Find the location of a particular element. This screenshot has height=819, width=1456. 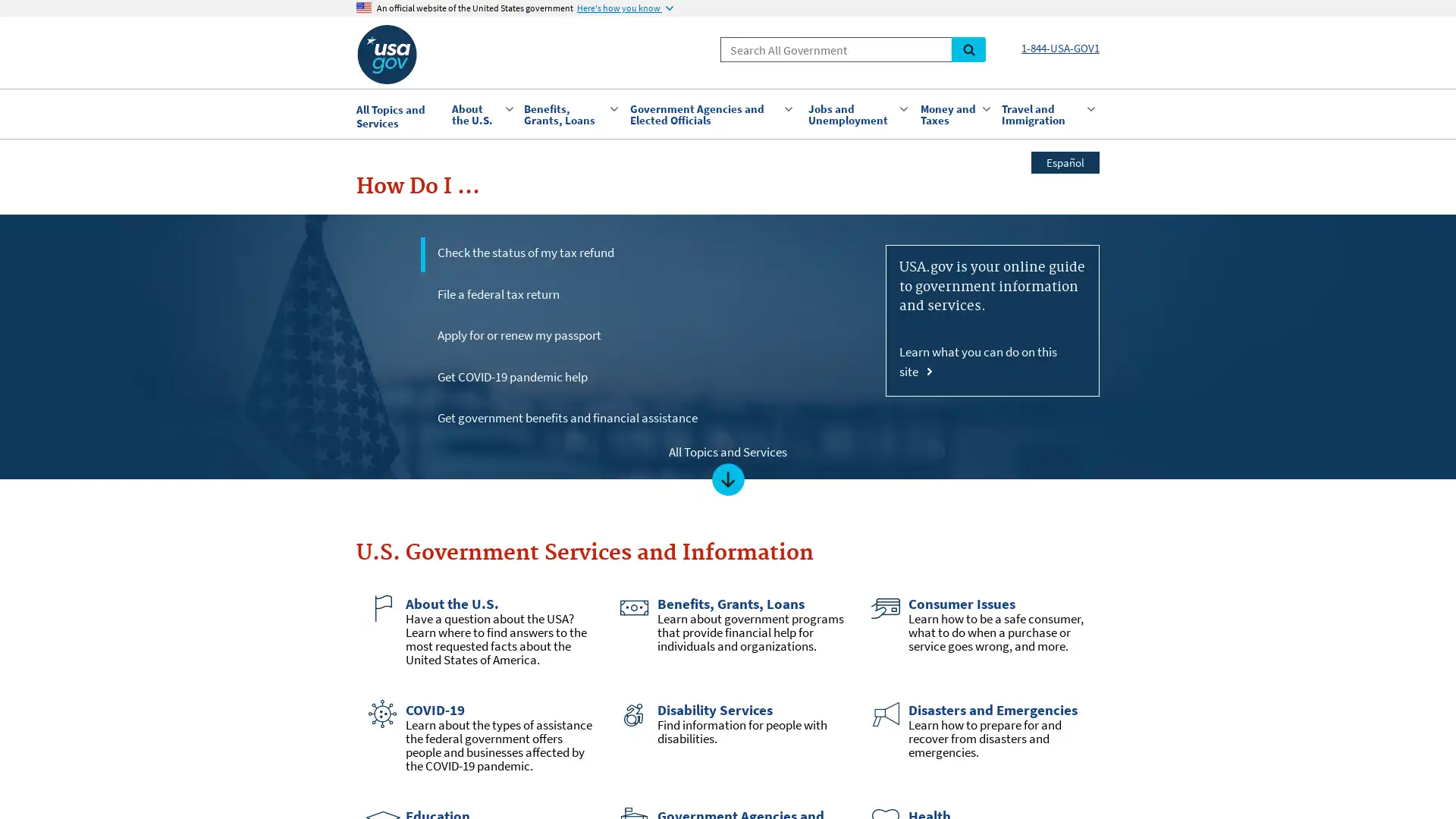

Here's how you know is located at coordinates (625, 8).